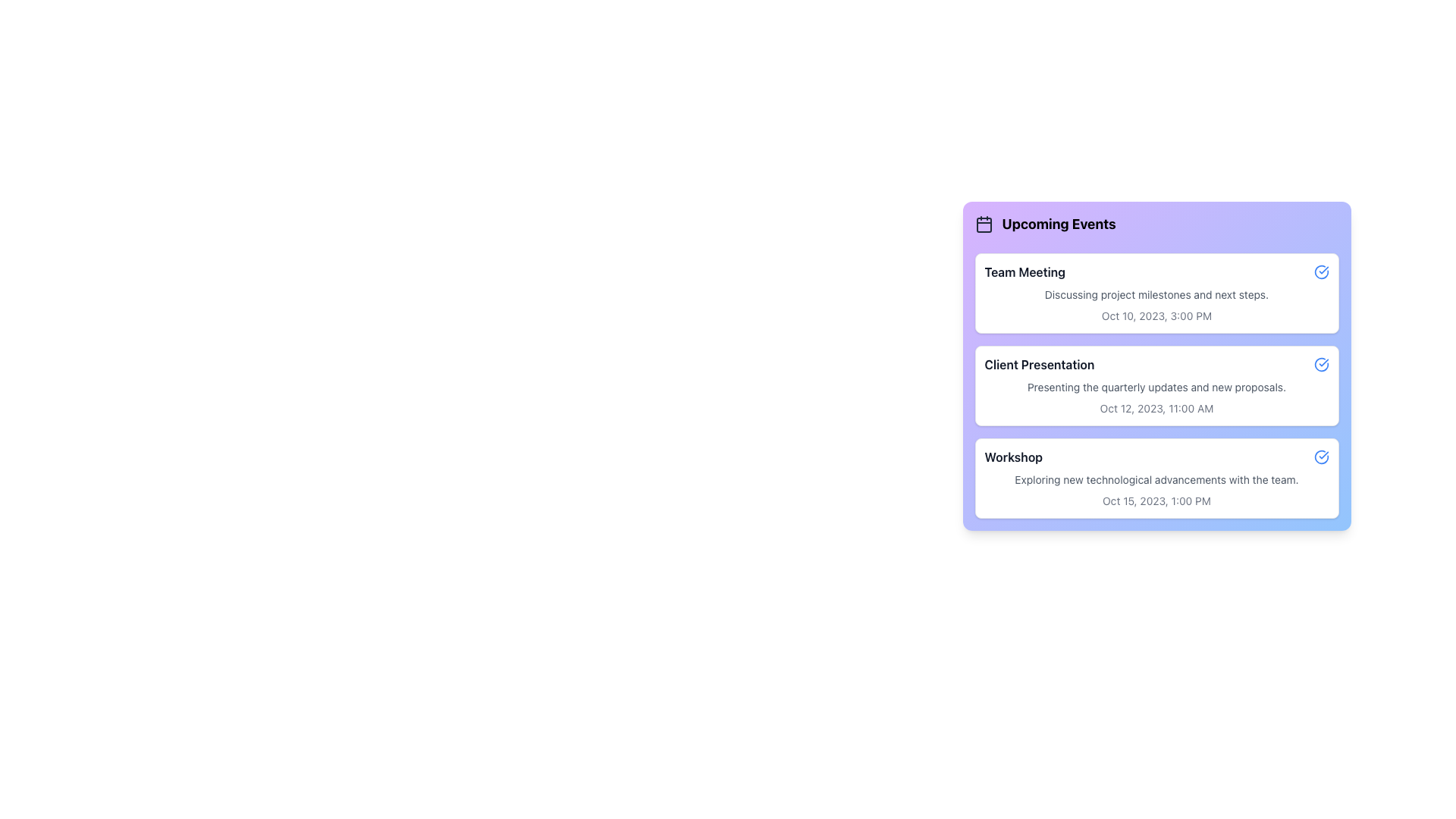 The width and height of the screenshot is (1456, 819). What do you see at coordinates (1320, 271) in the screenshot?
I see `the small circular checkmark icon located to the right of the 'Team Meeting' title in the first card under the 'Upcoming Events' section` at bounding box center [1320, 271].